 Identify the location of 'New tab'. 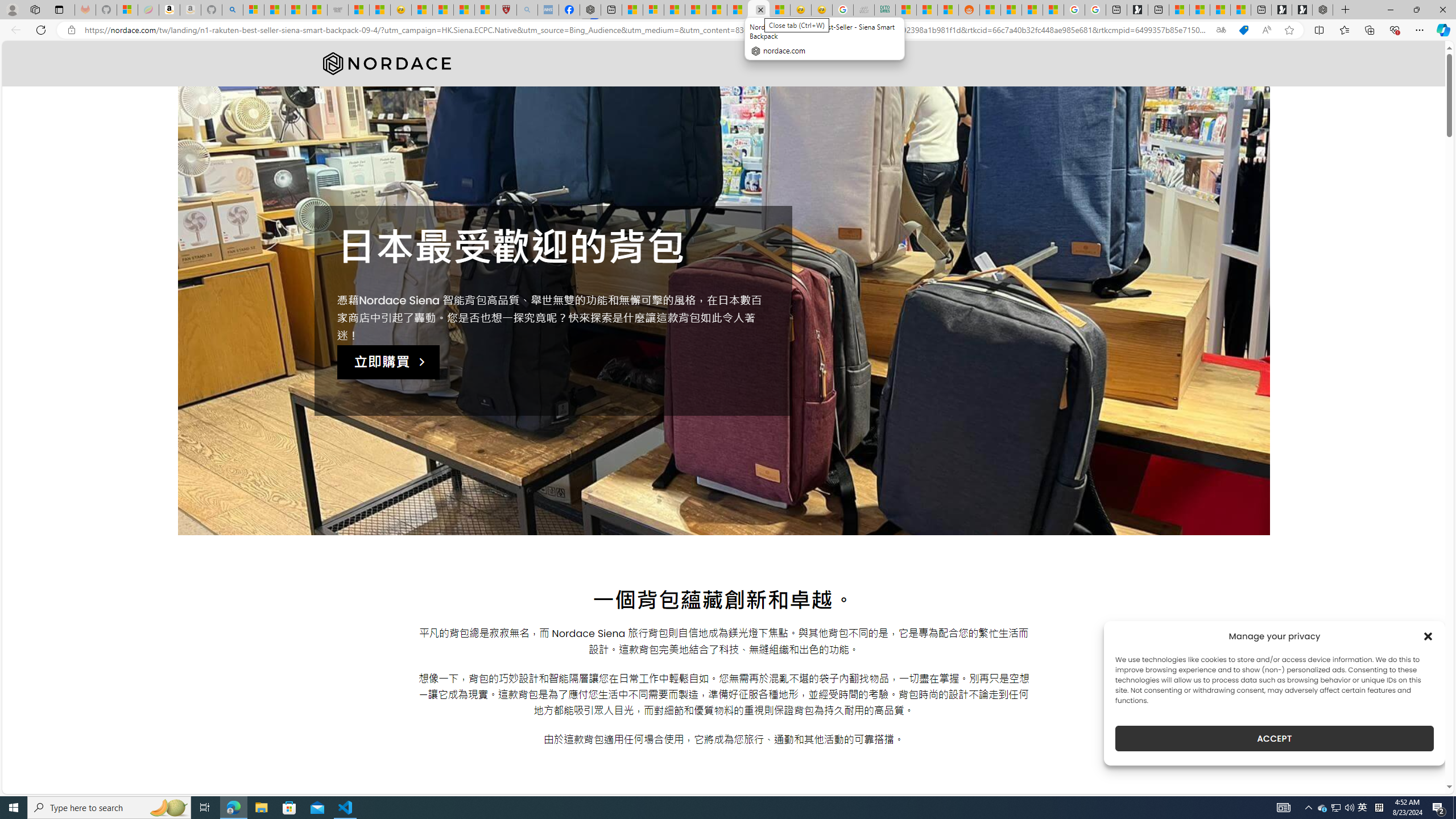
(1261, 9).